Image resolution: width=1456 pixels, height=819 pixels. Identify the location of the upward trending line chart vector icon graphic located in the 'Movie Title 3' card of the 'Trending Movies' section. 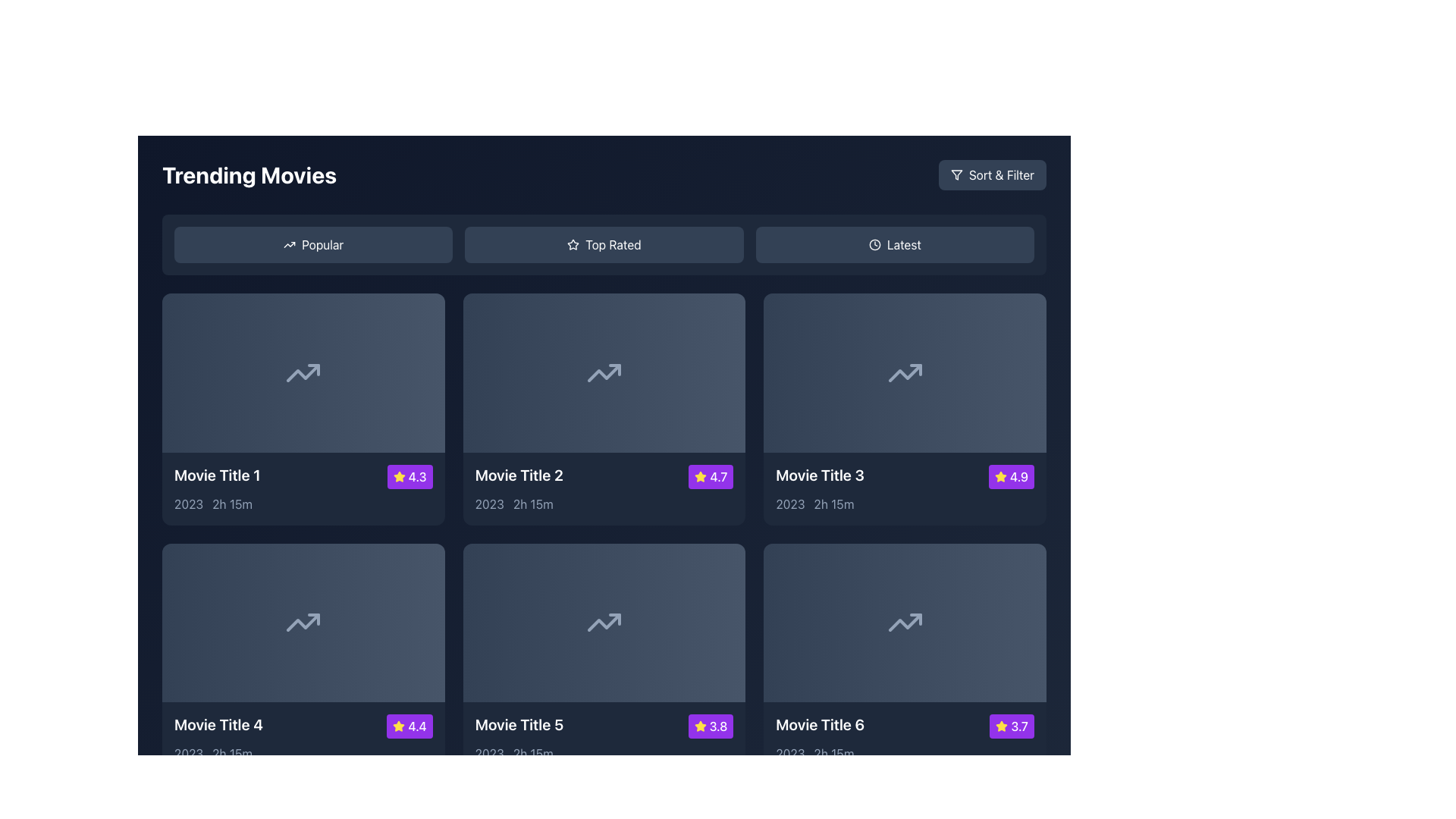
(905, 372).